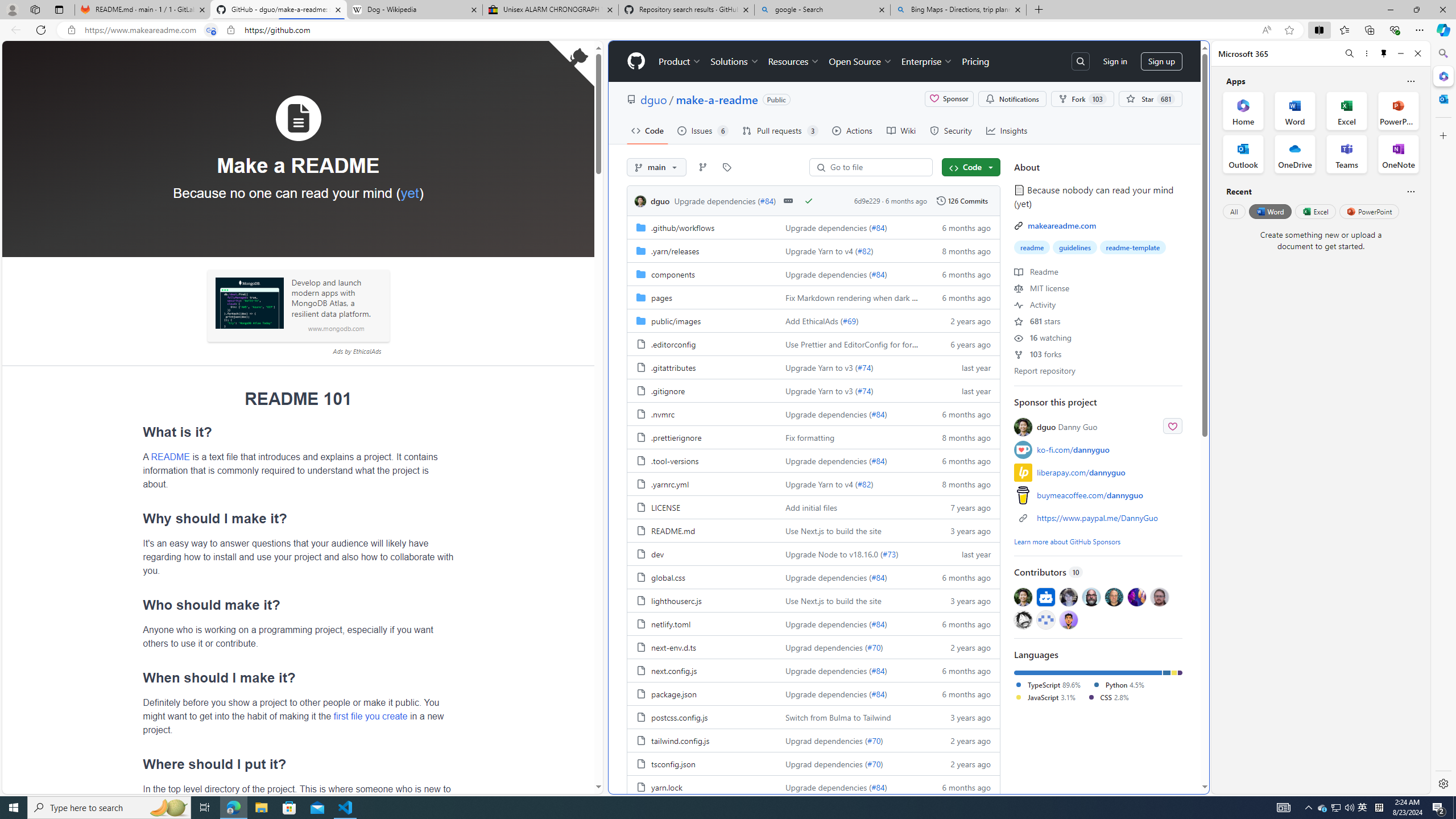 Image resolution: width=1456 pixels, height=819 pixels. Describe the element at coordinates (809, 200) in the screenshot. I see `'success'` at that location.